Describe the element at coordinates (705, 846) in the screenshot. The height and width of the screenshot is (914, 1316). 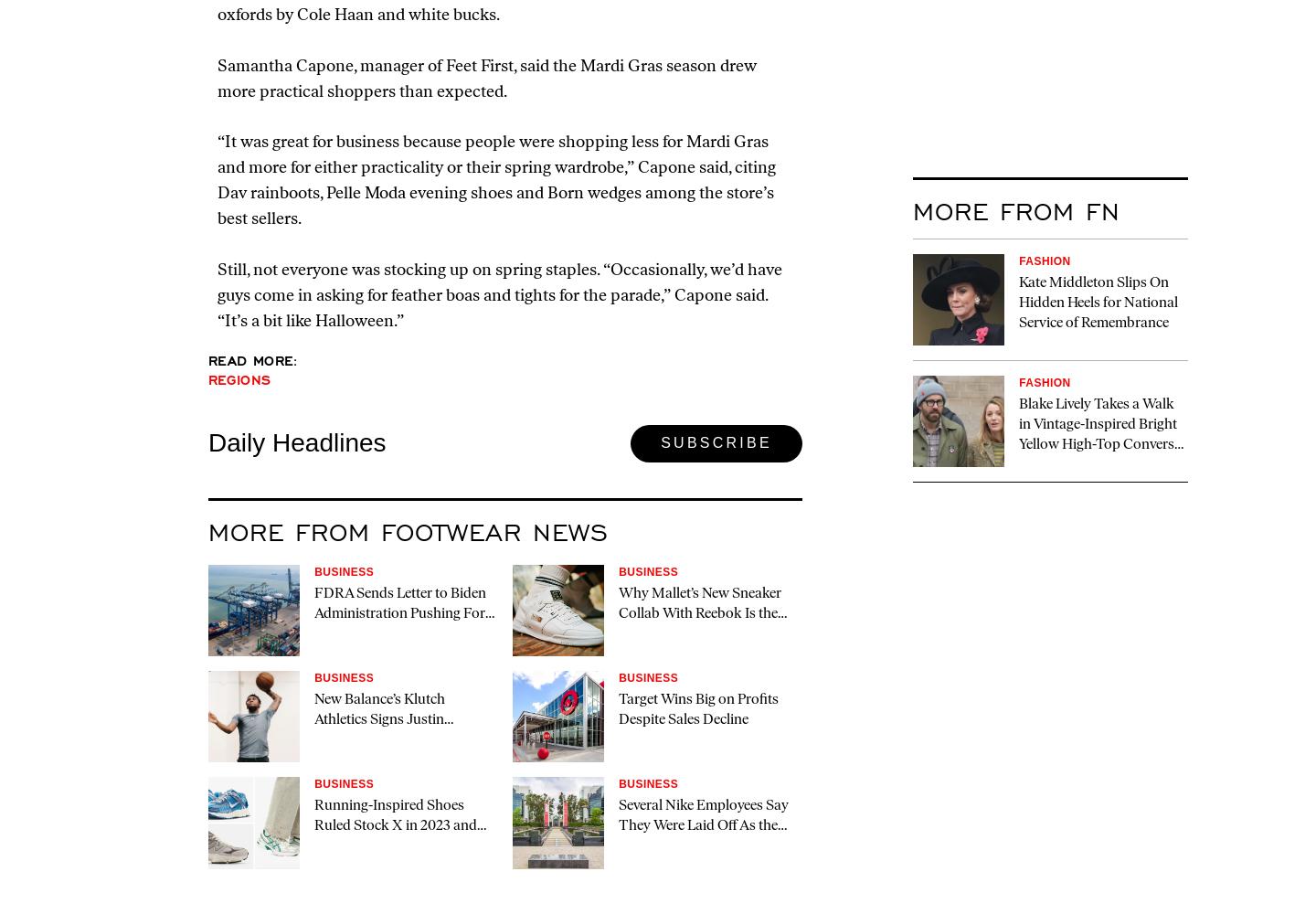
I see `'Several Nike Employees Say They Were Laid Off As the Company Announces Major C-Suite Design and Marketing Shifts'` at that location.